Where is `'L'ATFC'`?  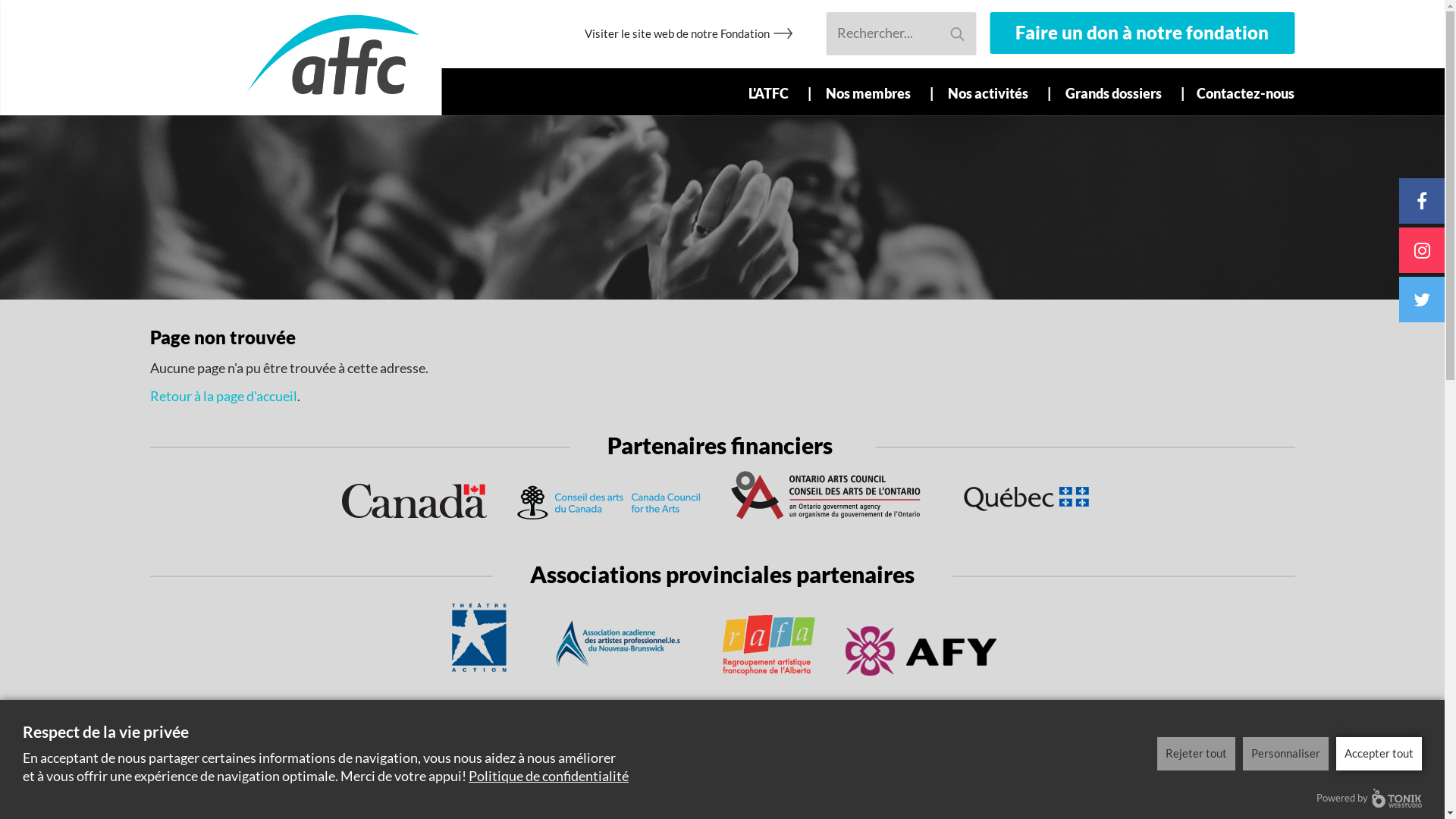
'L'ATFC' is located at coordinates (772, 91).